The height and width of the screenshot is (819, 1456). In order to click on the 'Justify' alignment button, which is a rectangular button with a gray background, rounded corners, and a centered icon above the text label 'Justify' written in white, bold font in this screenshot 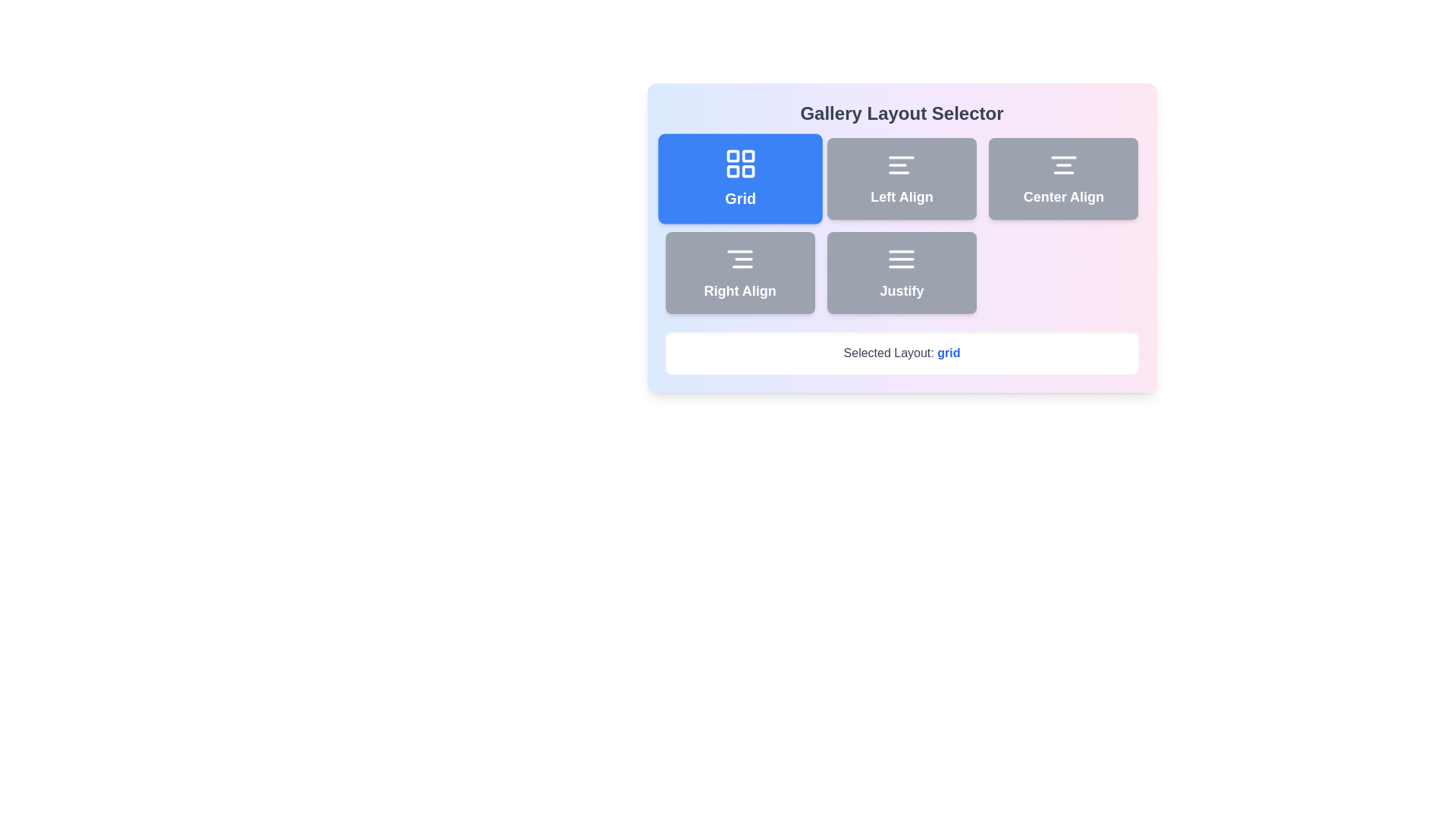, I will do `click(902, 271)`.